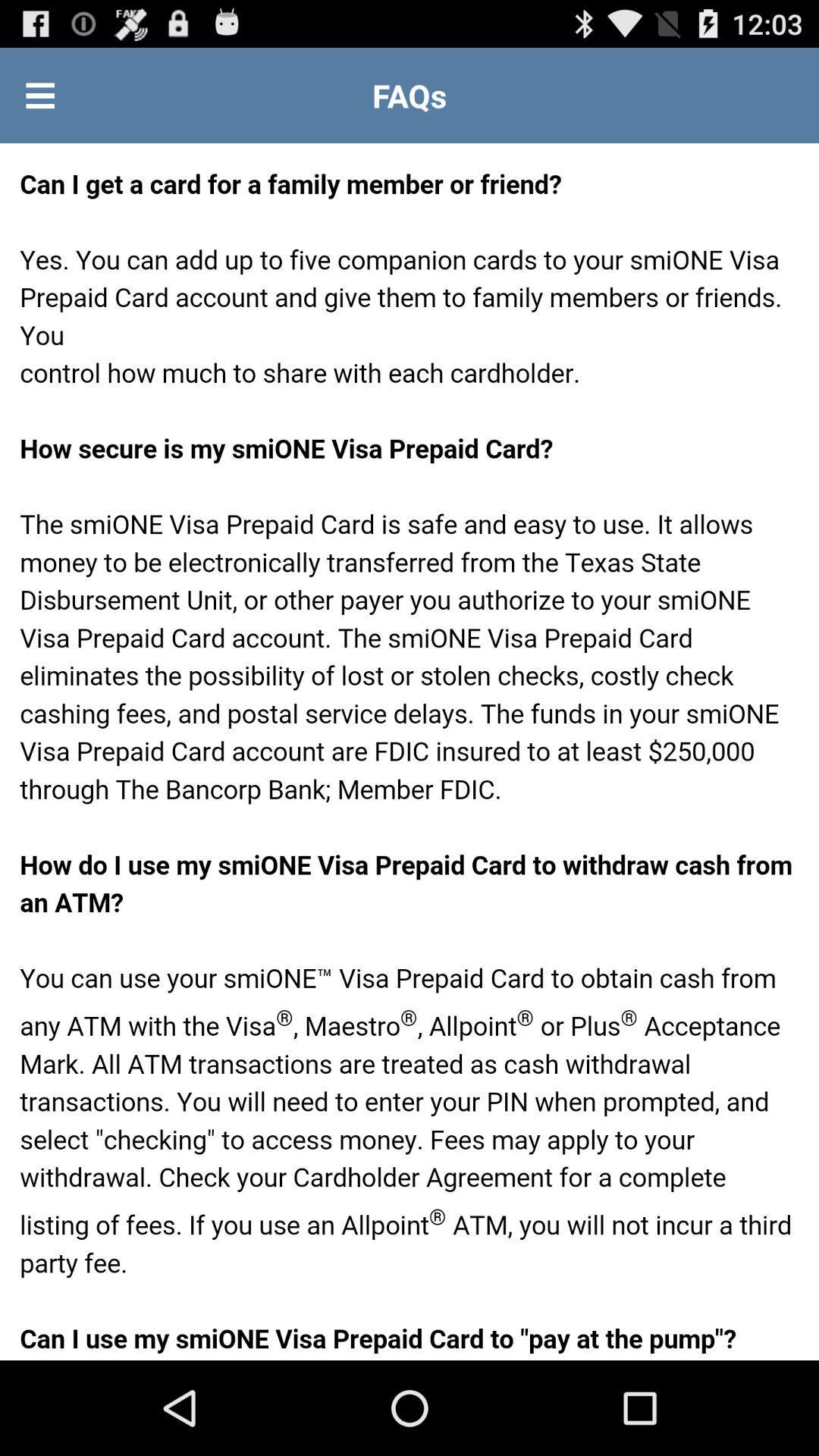 This screenshot has height=1456, width=819. Describe the element at coordinates (409, 752) in the screenshot. I see `advertisement page` at that location.